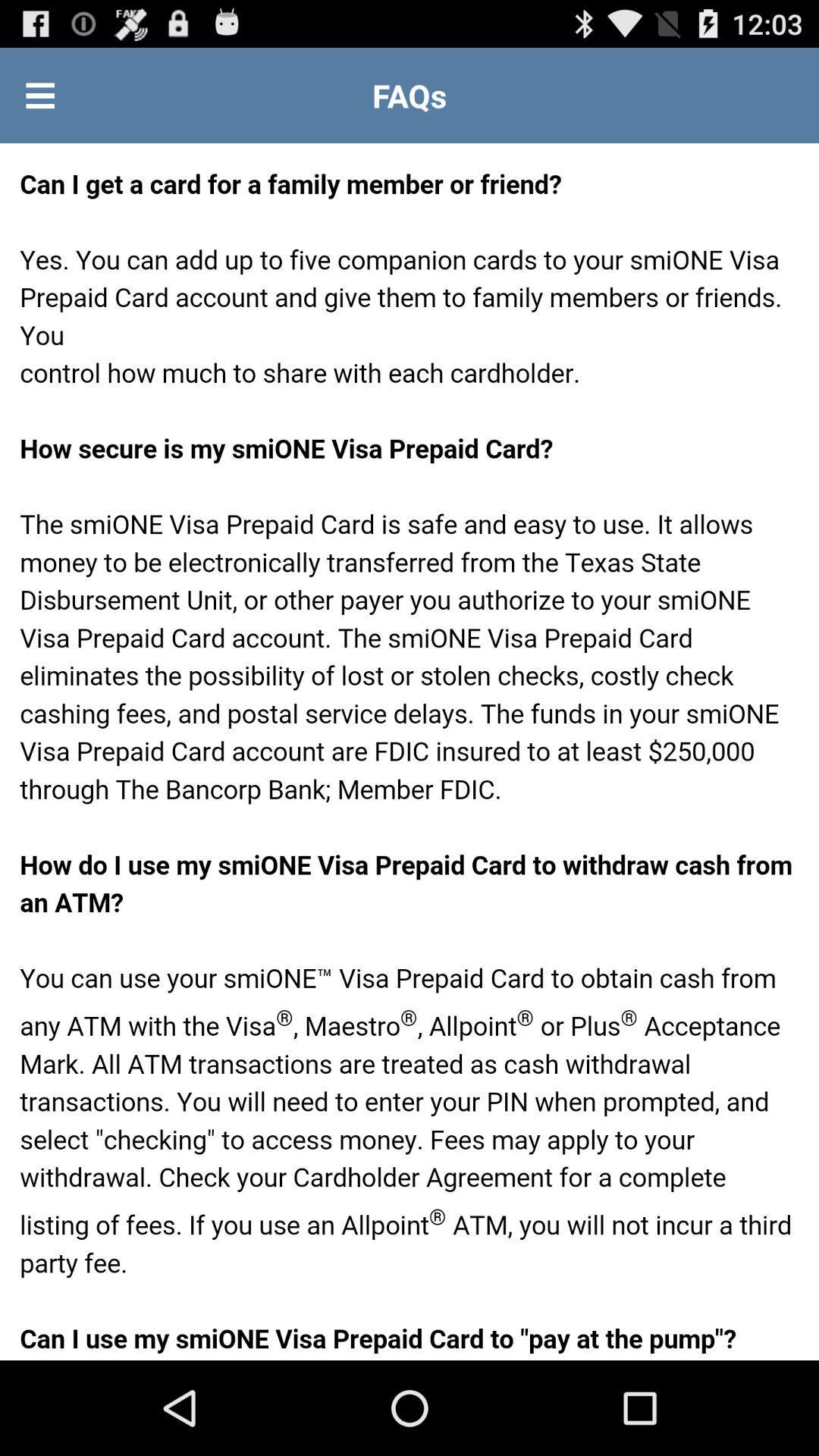 This screenshot has height=1456, width=819. Describe the element at coordinates (409, 752) in the screenshot. I see `advertisement page` at that location.